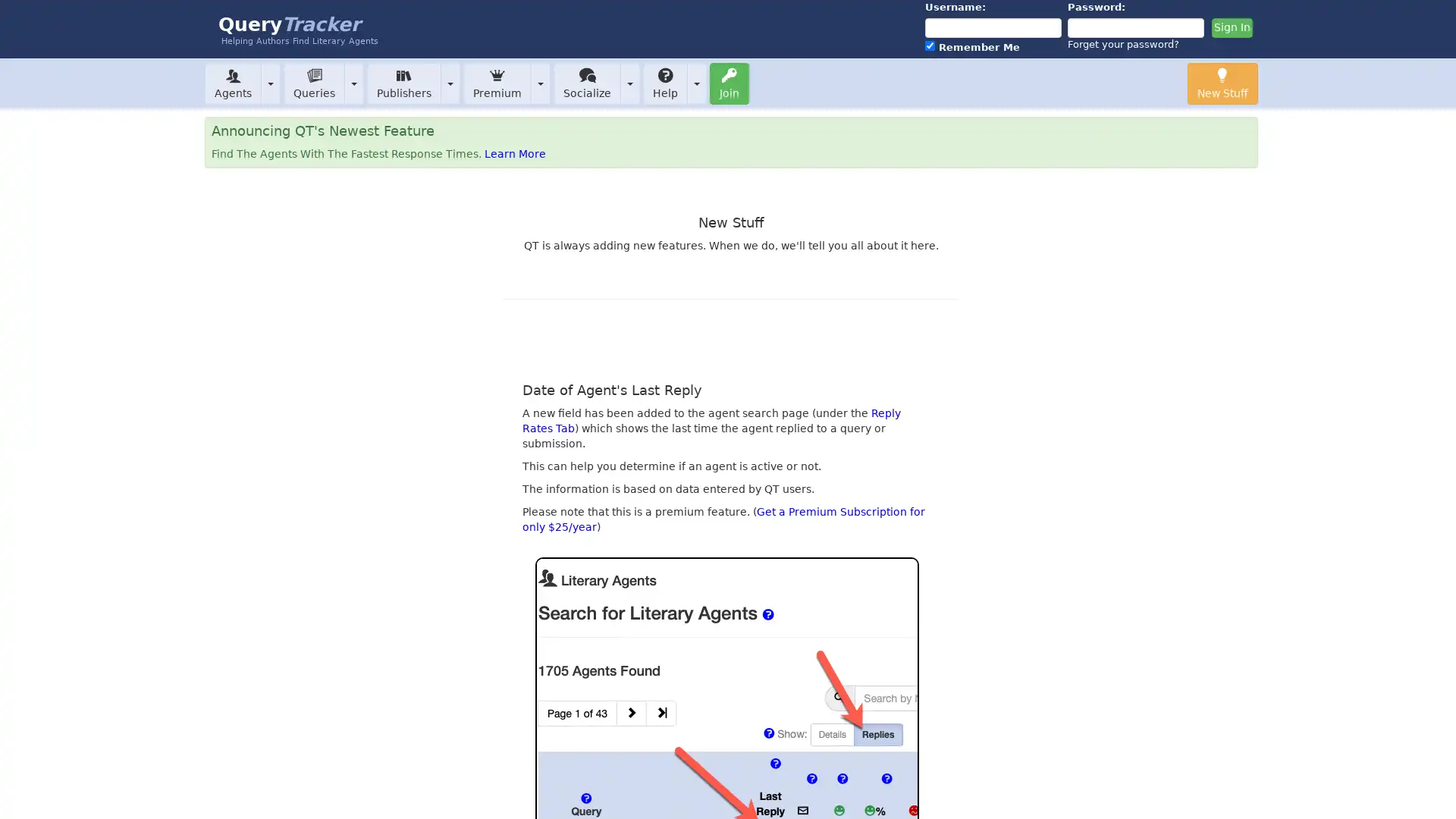 The height and width of the screenshot is (819, 1456). I want to click on Toggle Dropdown, so click(541, 83).